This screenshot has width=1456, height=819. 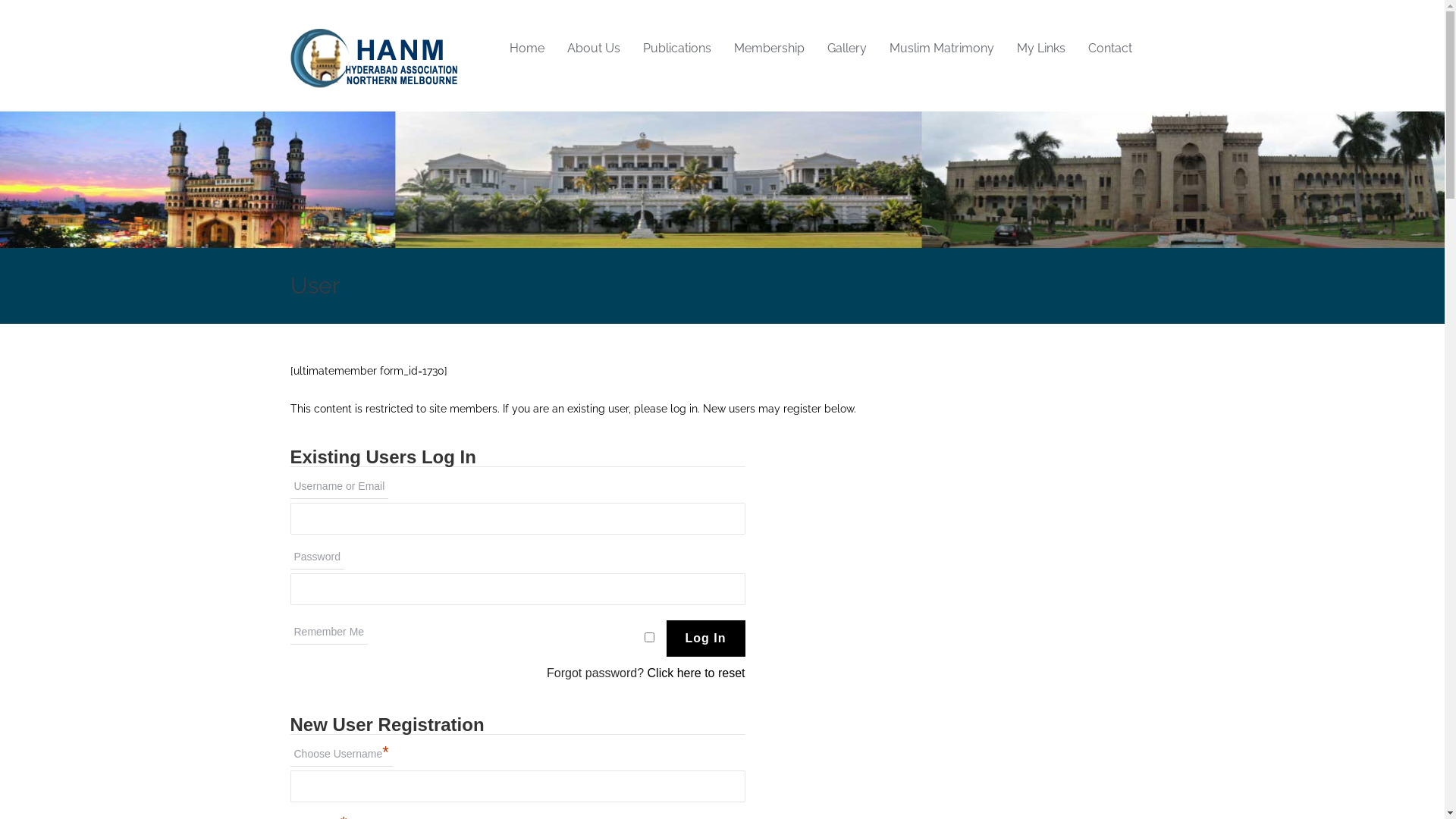 I want to click on 'About Us', so click(x=554, y=48).